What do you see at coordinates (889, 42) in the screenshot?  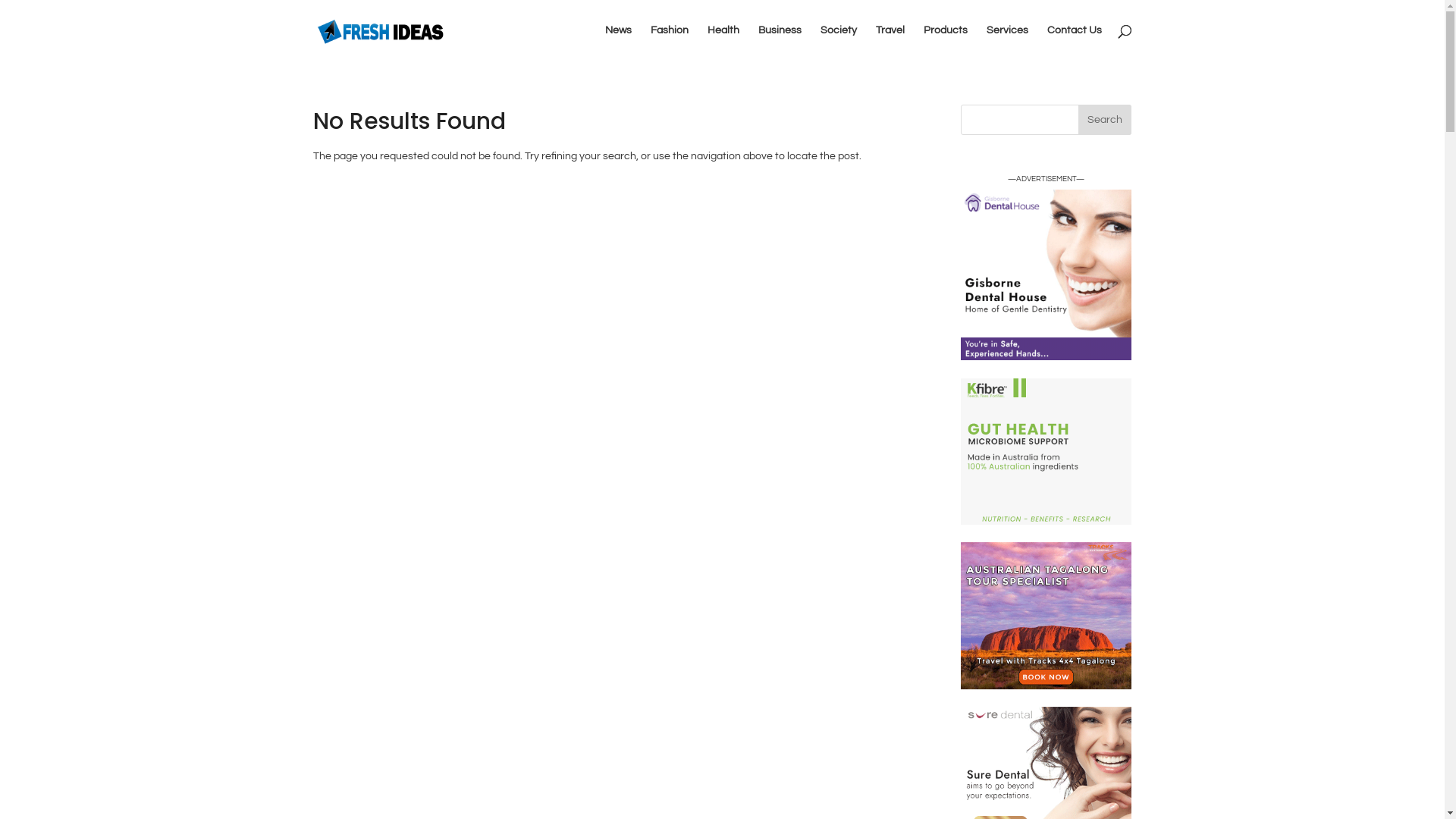 I see `'Travel'` at bounding box center [889, 42].